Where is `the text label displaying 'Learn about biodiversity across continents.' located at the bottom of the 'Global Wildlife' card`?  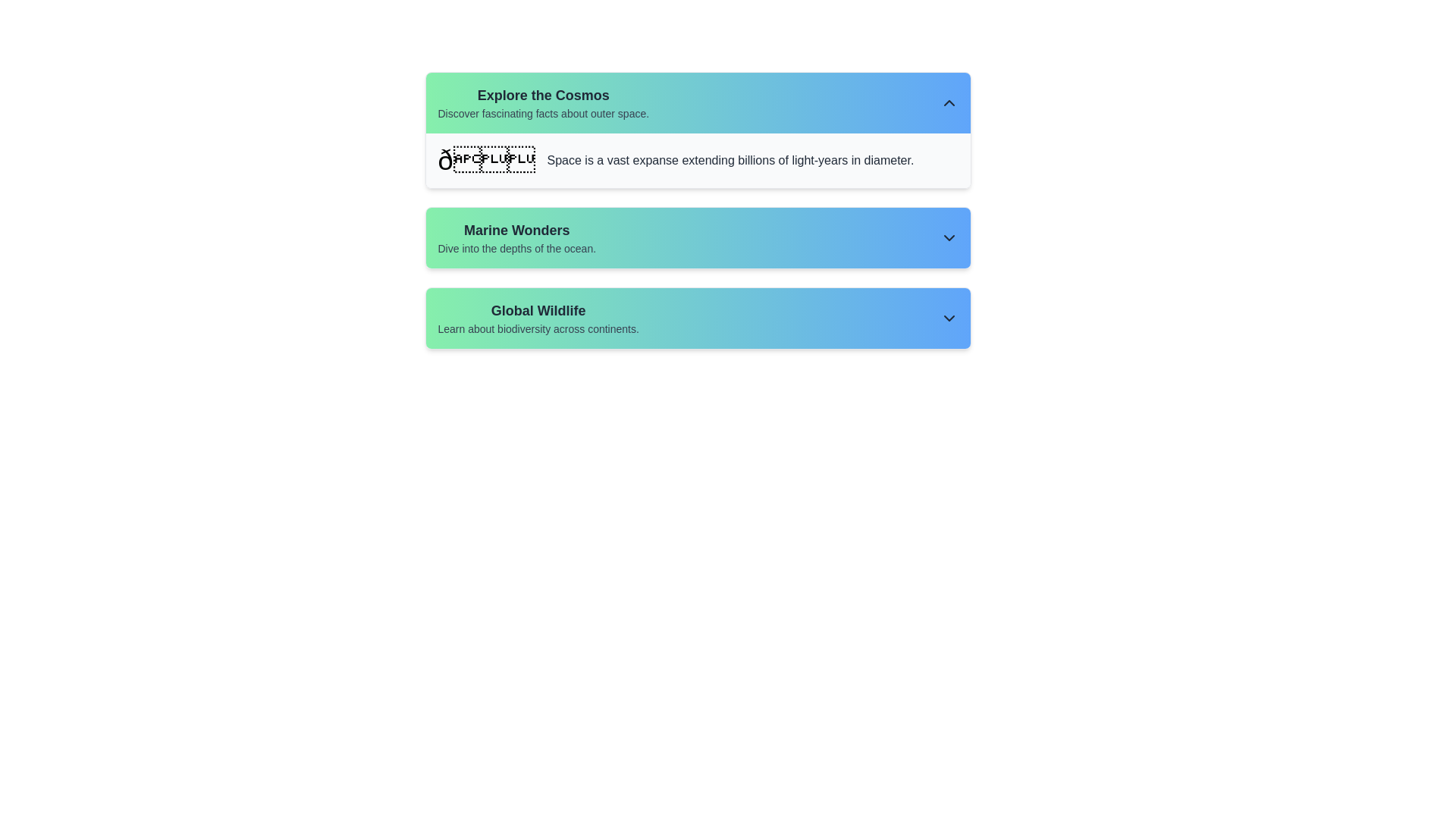 the text label displaying 'Learn about biodiversity across continents.' located at the bottom of the 'Global Wildlife' card is located at coordinates (538, 328).